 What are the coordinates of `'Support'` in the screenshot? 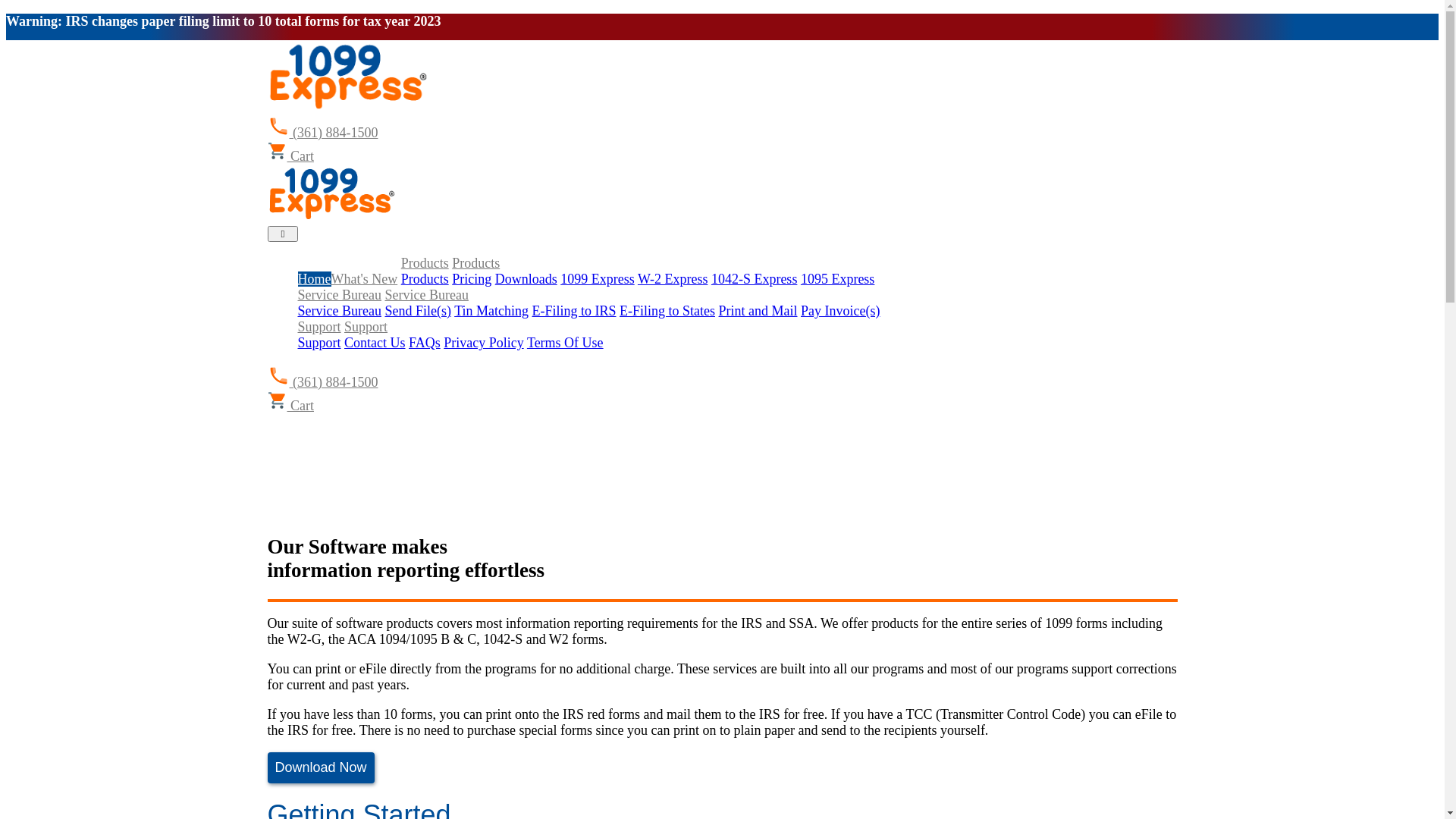 It's located at (318, 326).